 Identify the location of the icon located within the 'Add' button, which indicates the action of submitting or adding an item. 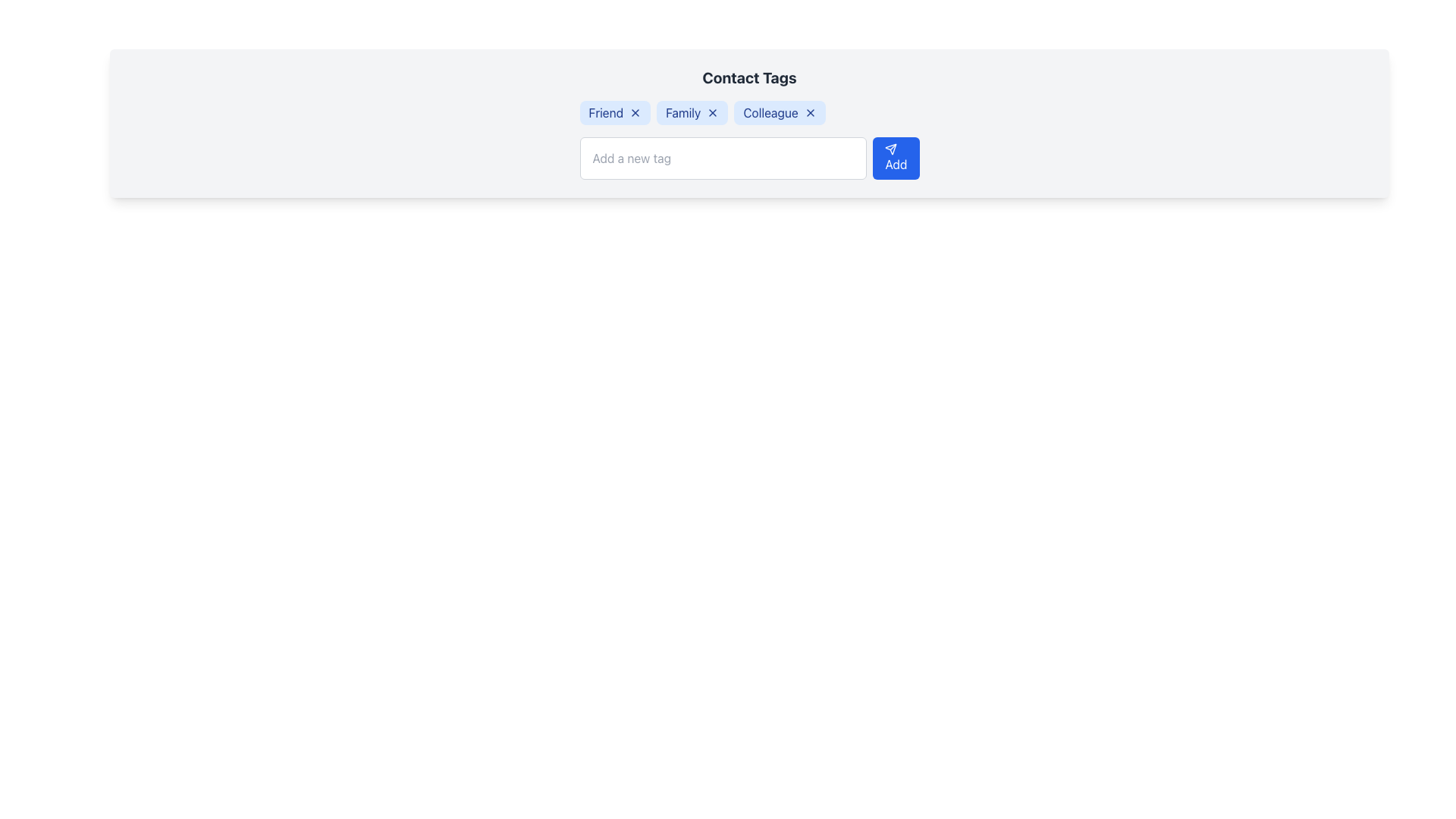
(891, 149).